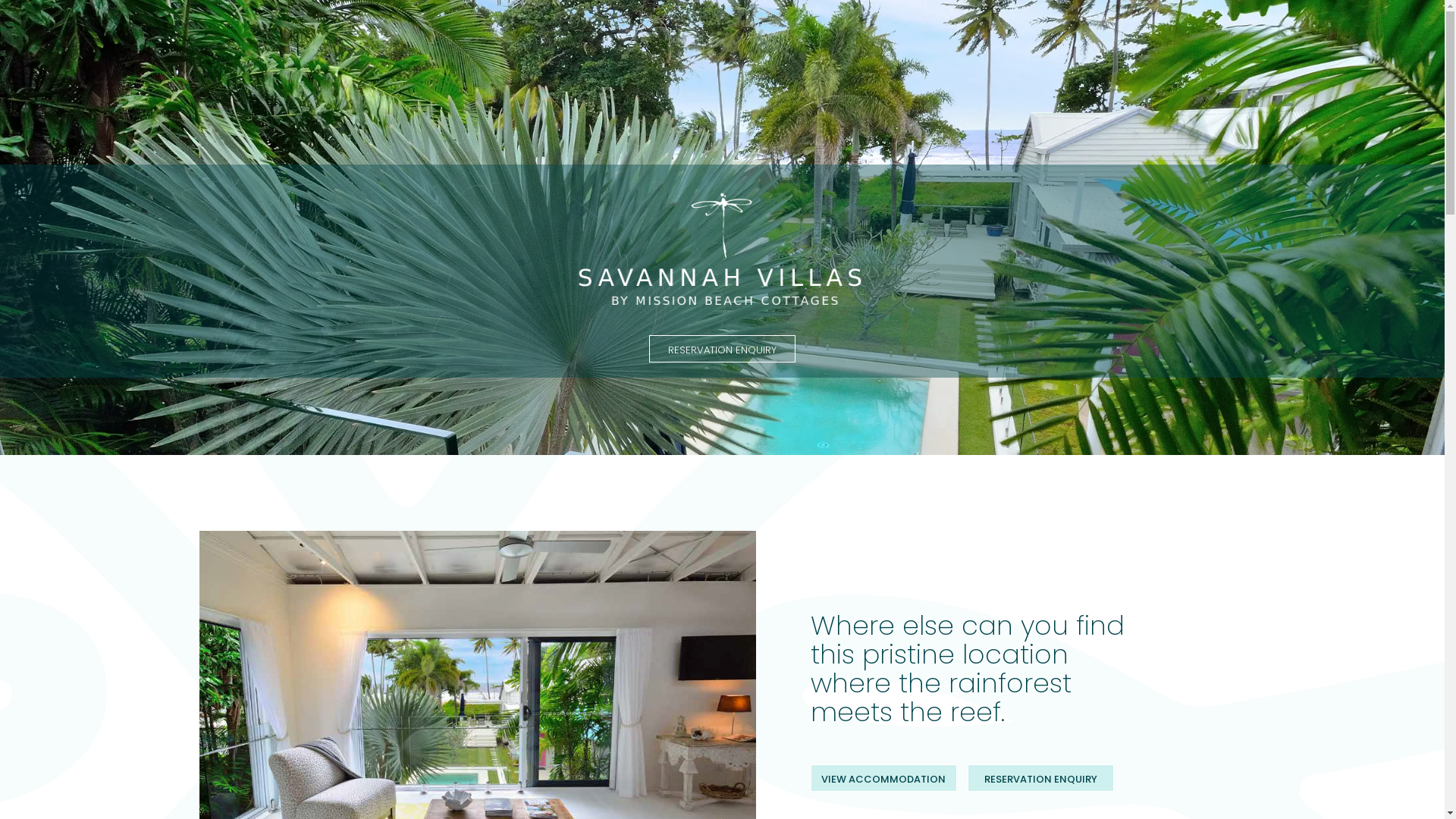 The height and width of the screenshot is (819, 1456). I want to click on 'RESERVATION ENQUIRY', so click(1040, 778).